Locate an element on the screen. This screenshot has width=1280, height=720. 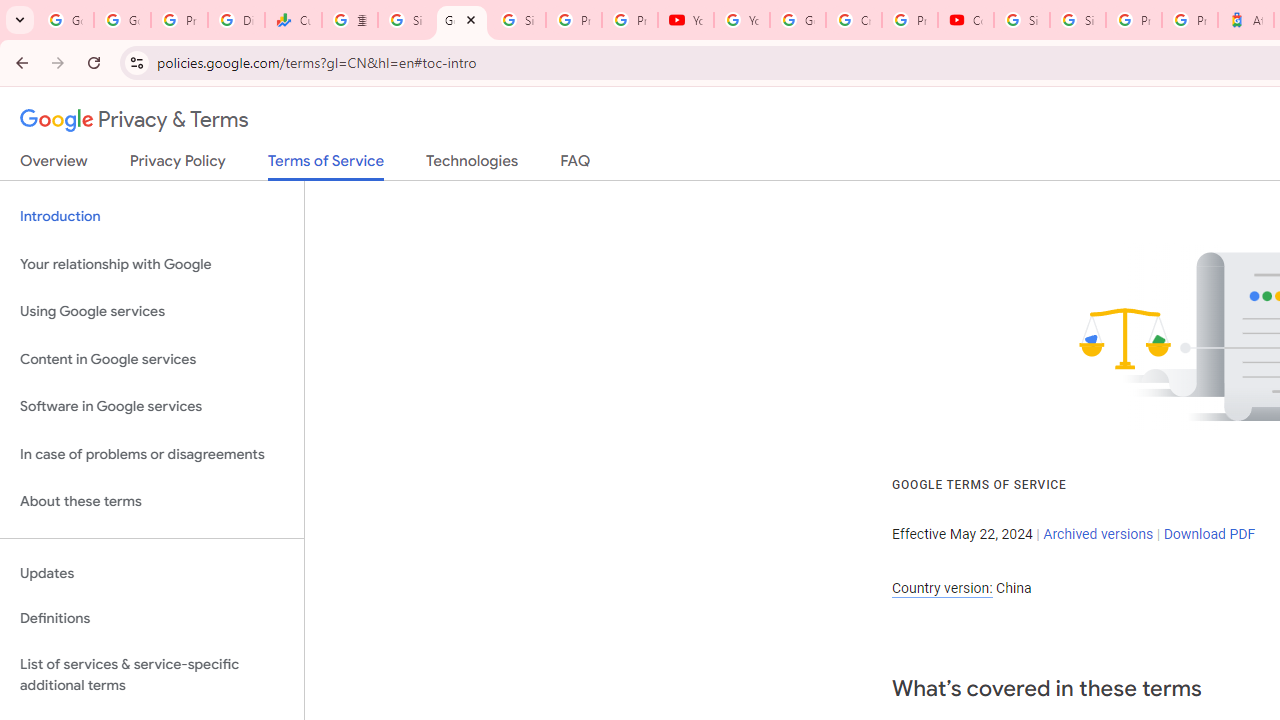
'List of services & service-specific additional terms' is located at coordinates (151, 675).